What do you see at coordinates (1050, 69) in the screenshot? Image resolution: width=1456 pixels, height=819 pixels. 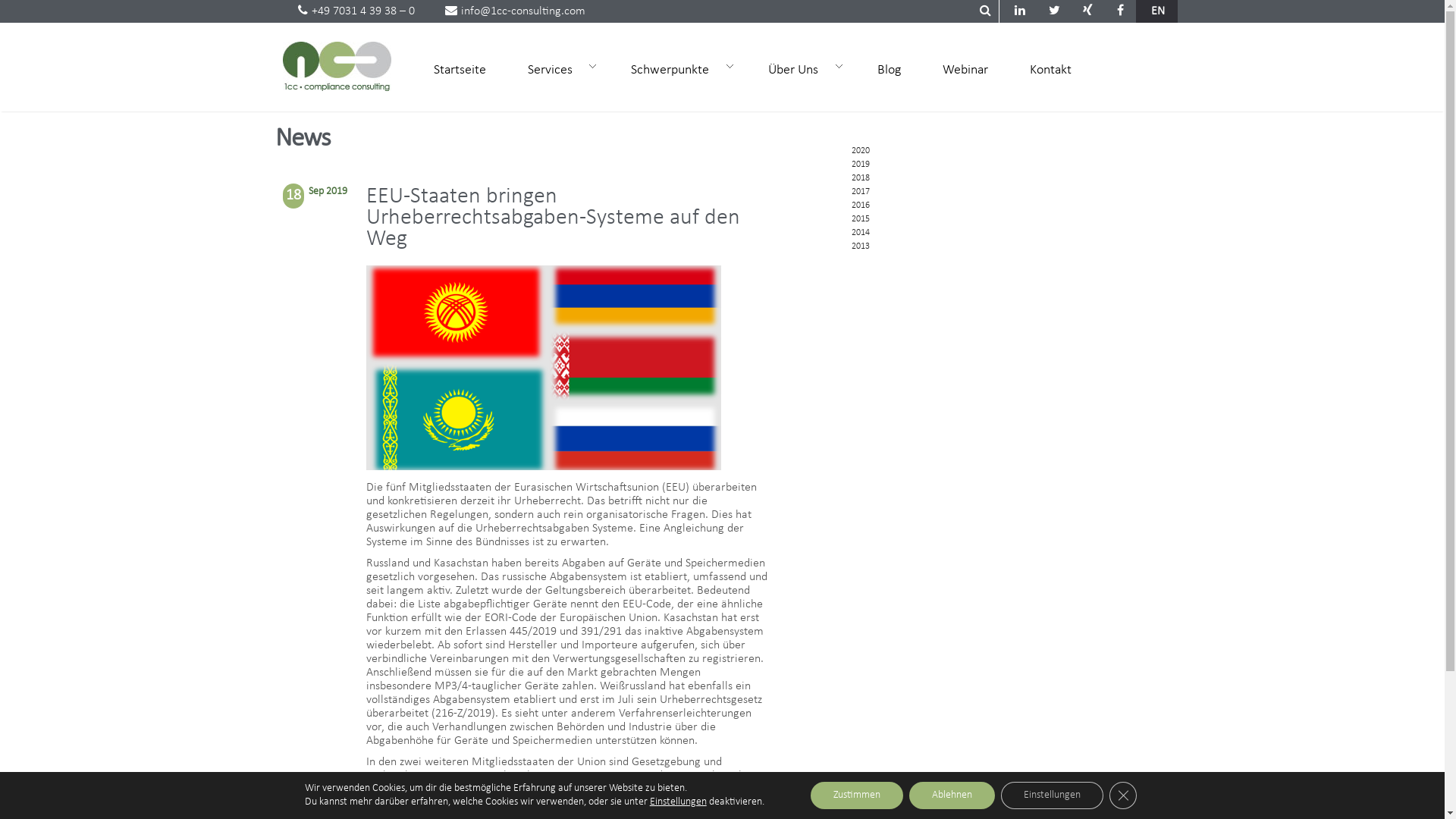 I see `'Kontakt'` at bounding box center [1050, 69].